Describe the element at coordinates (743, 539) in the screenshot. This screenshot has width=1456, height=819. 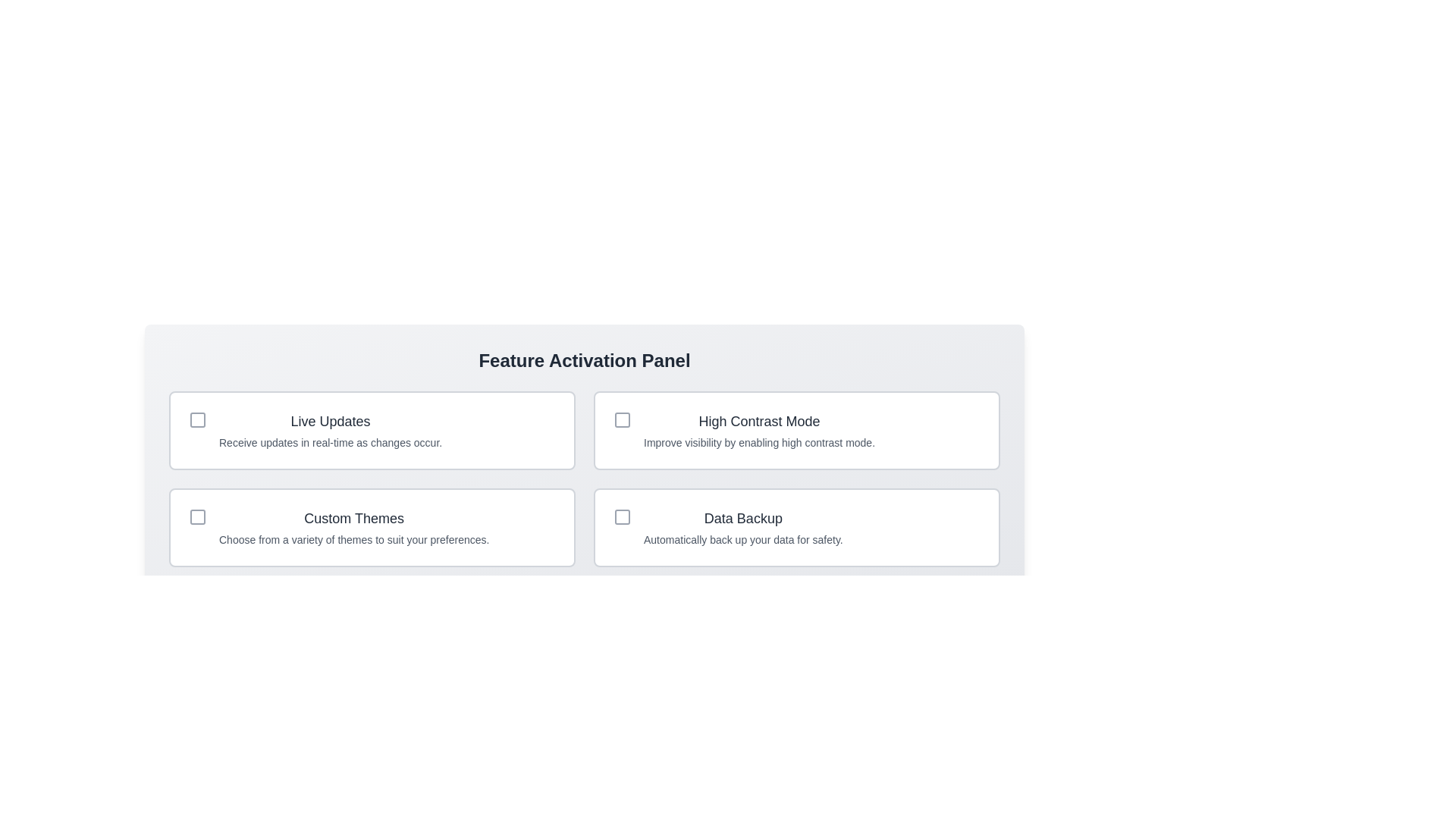
I see `the static text that provides additional information about the 'Data Backup' feature, located below the 'Data Backup' title` at that location.